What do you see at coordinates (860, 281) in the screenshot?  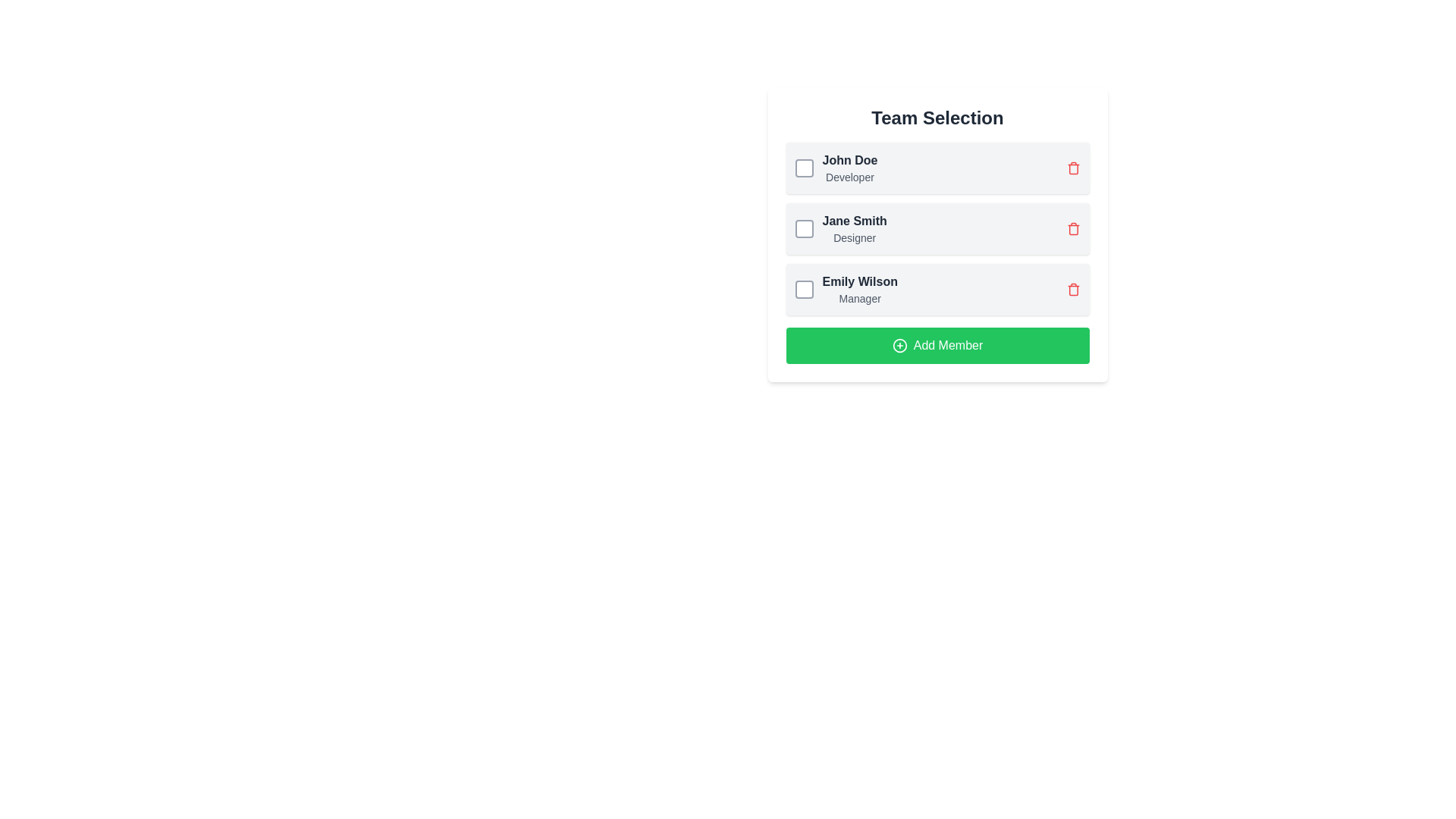 I see `the text label 'Emily Wilson', which is displayed in bold, dark-gray font and is centered within its containing group on the third row of the list-style interface` at bounding box center [860, 281].